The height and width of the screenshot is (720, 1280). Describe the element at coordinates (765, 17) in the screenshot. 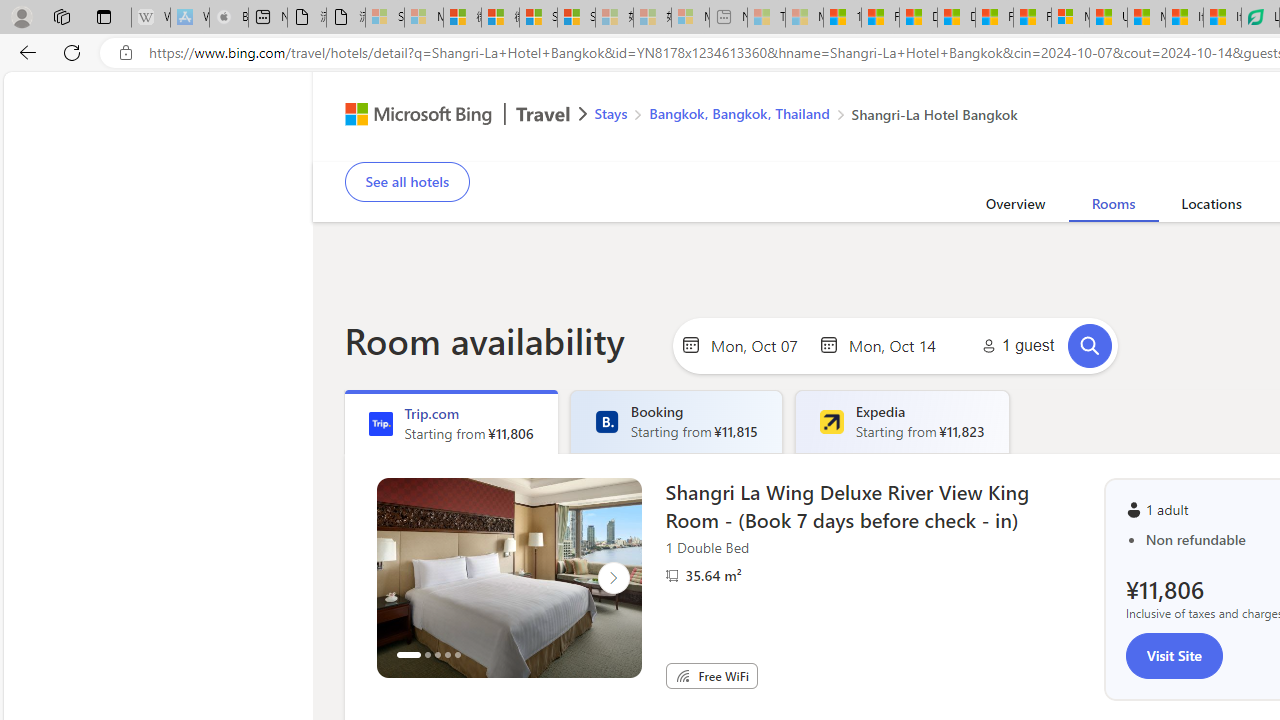

I see `'Top Stories - MSN - Sleeping'` at that location.